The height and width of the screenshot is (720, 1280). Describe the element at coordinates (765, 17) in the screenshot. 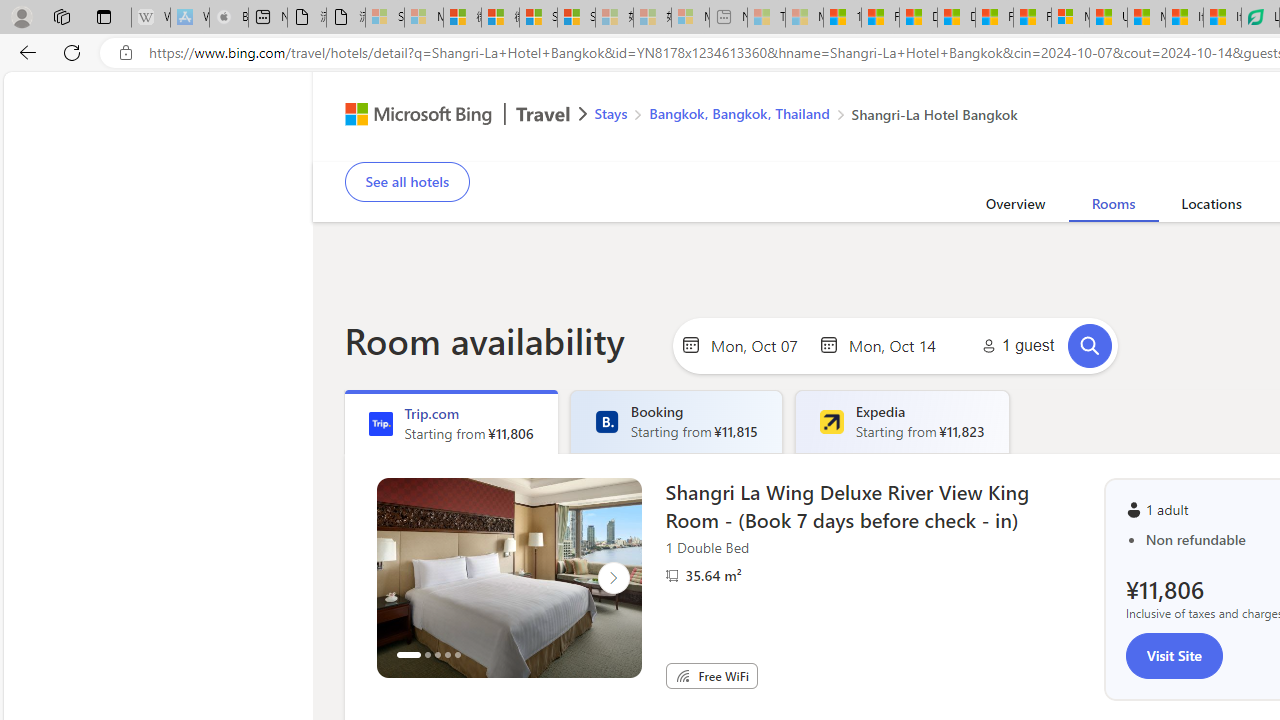

I see `'Top Stories - MSN - Sleeping'` at that location.